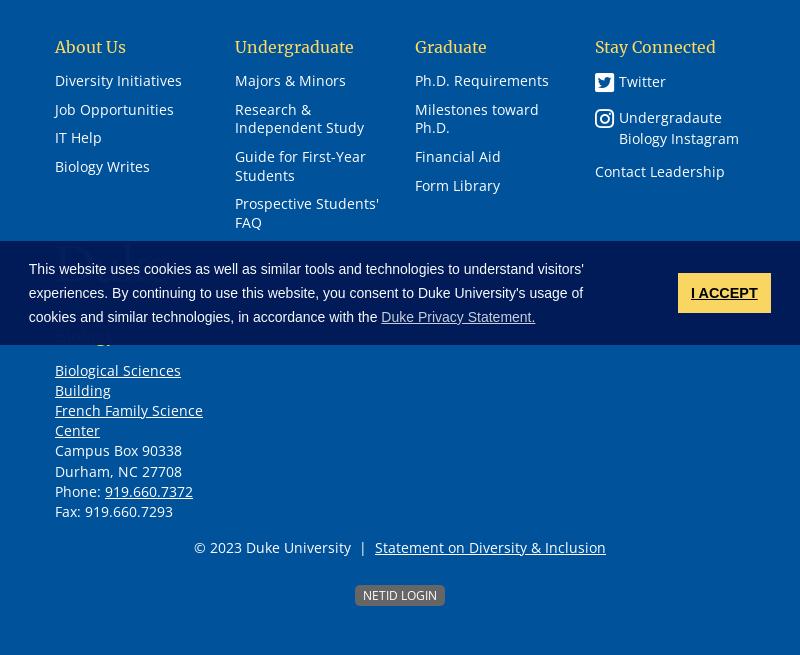 Image resolution: width=800 pixels, height=655 pixels. Describe the element at coordinates (619, 79) in the screenshot. I see `'Twitter'` at that location.